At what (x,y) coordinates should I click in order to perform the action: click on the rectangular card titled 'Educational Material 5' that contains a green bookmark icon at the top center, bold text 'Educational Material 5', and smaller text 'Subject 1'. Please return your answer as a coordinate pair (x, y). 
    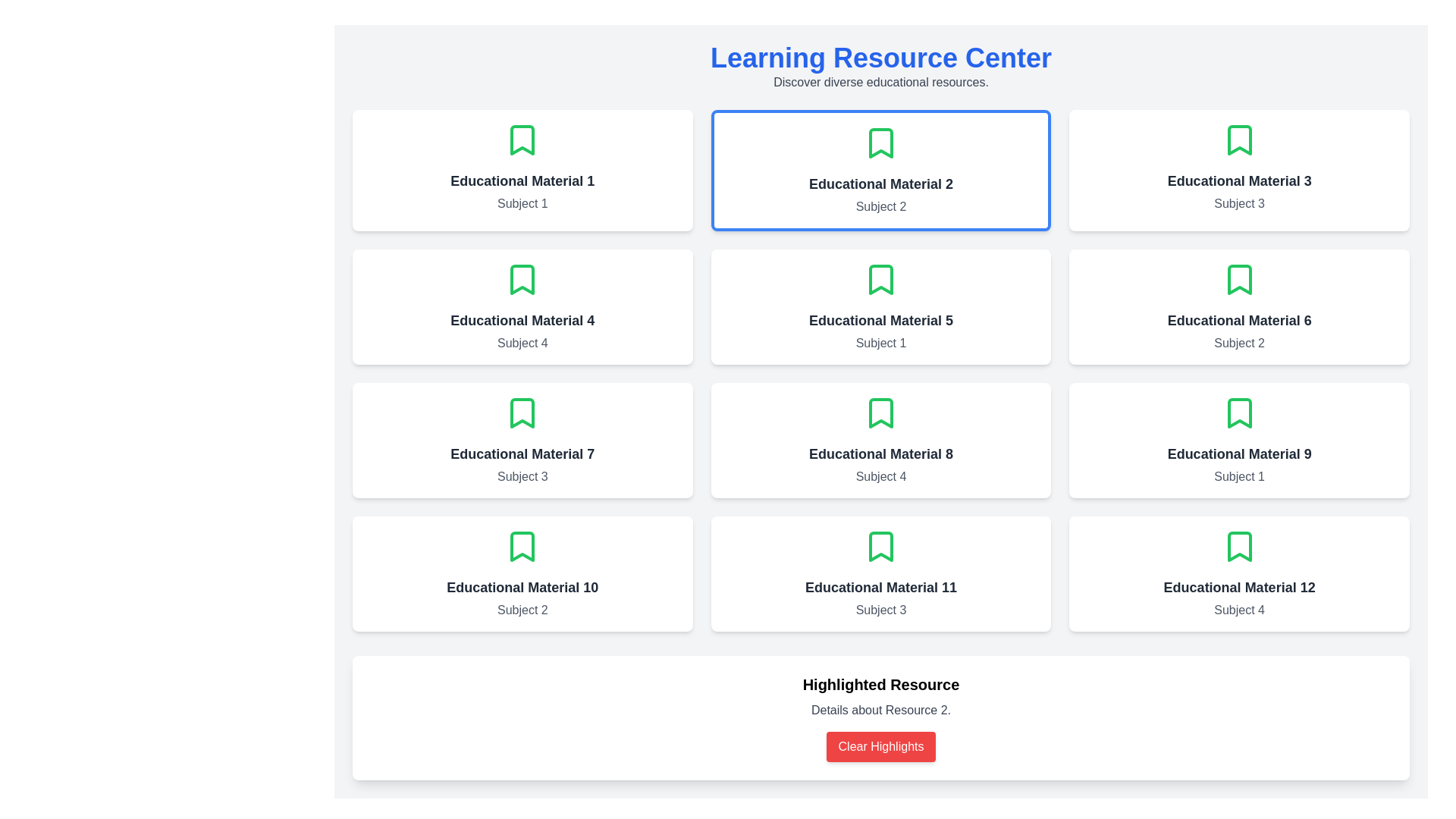
    Looking at the image, I should click on (880, 307).